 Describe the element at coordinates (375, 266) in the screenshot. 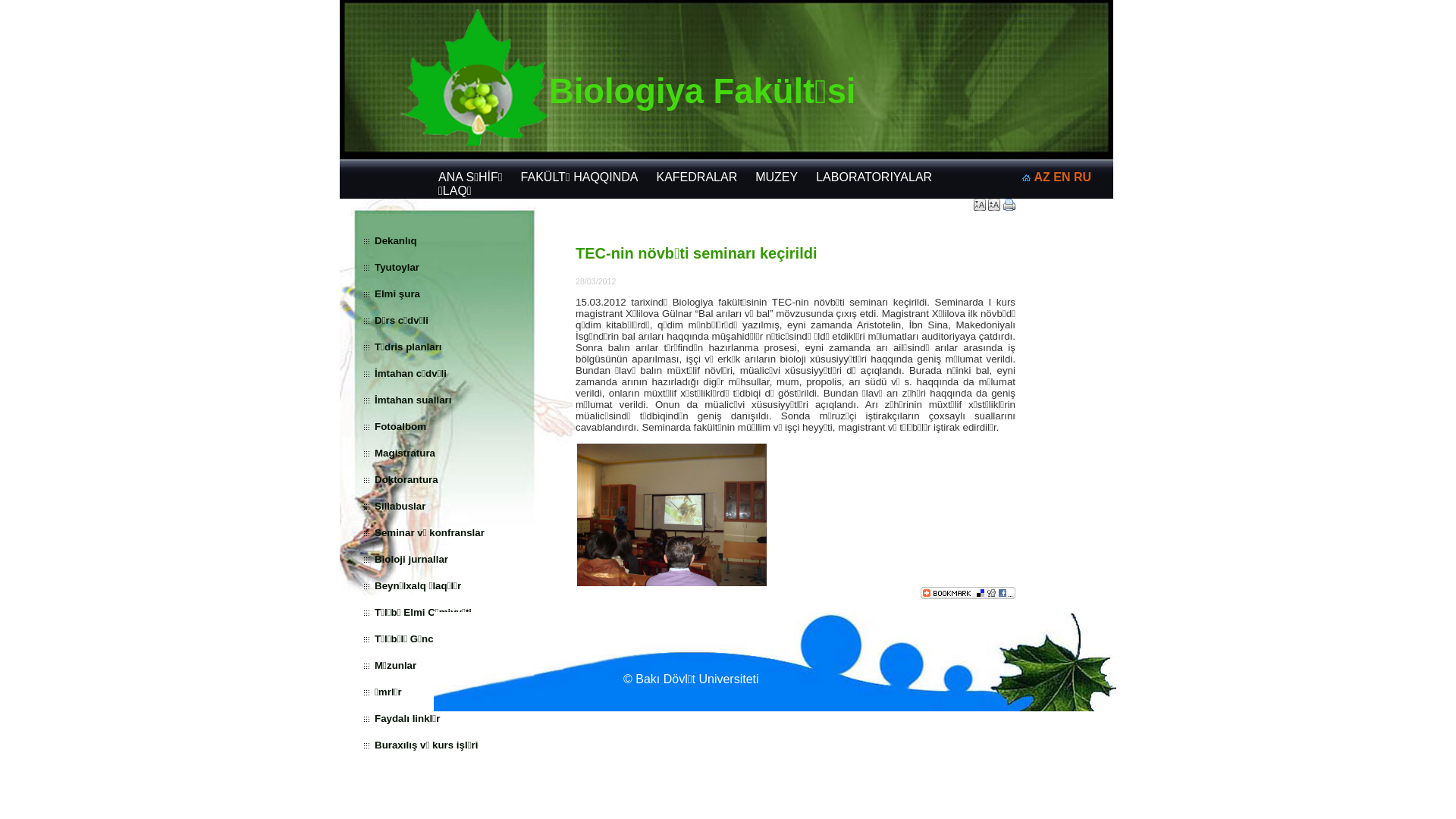

I see `'Tyutoylar'` at that location.